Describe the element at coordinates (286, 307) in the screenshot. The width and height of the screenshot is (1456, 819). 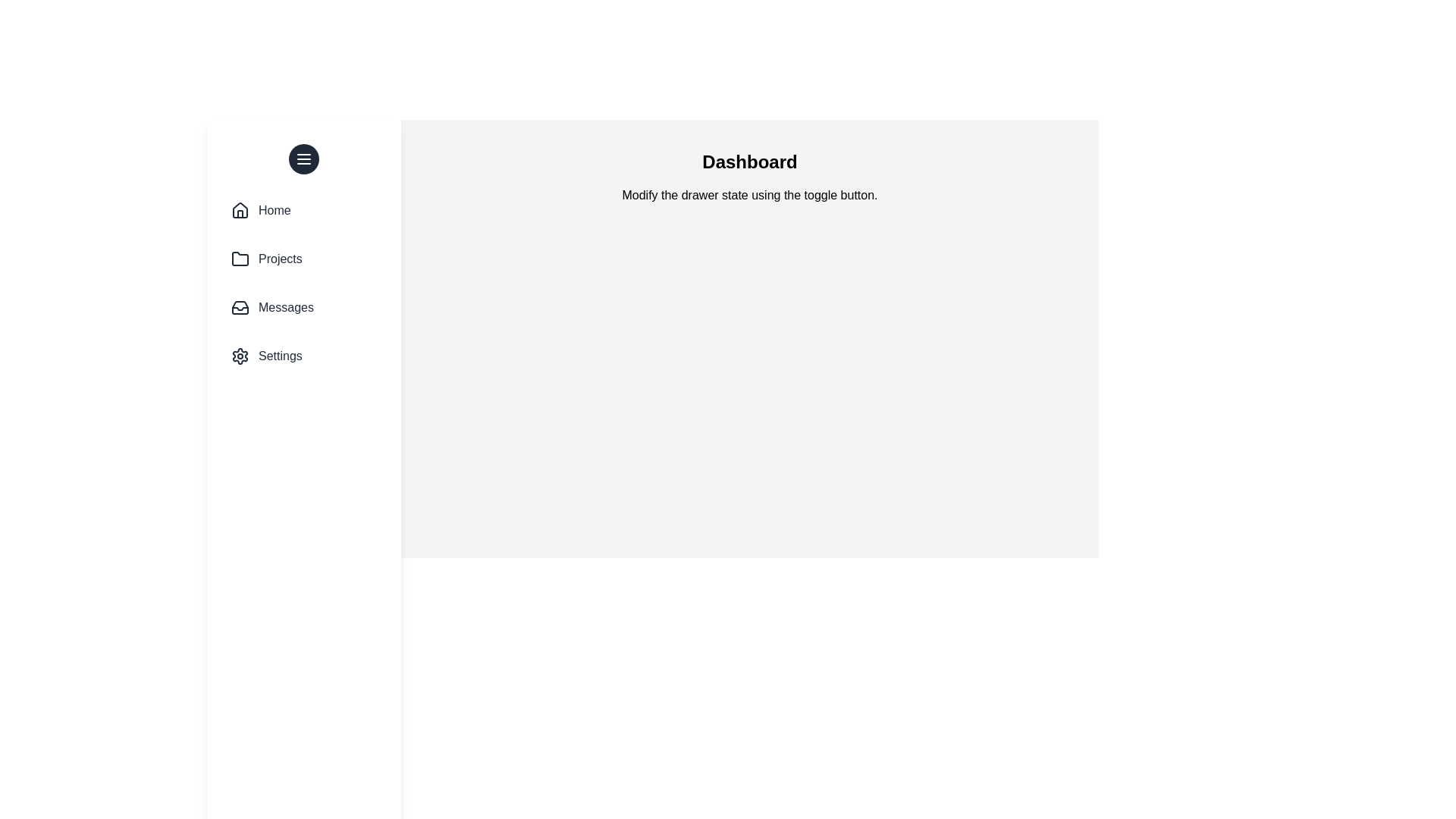
I see `the text 'Messages' in the drawer` at that location.